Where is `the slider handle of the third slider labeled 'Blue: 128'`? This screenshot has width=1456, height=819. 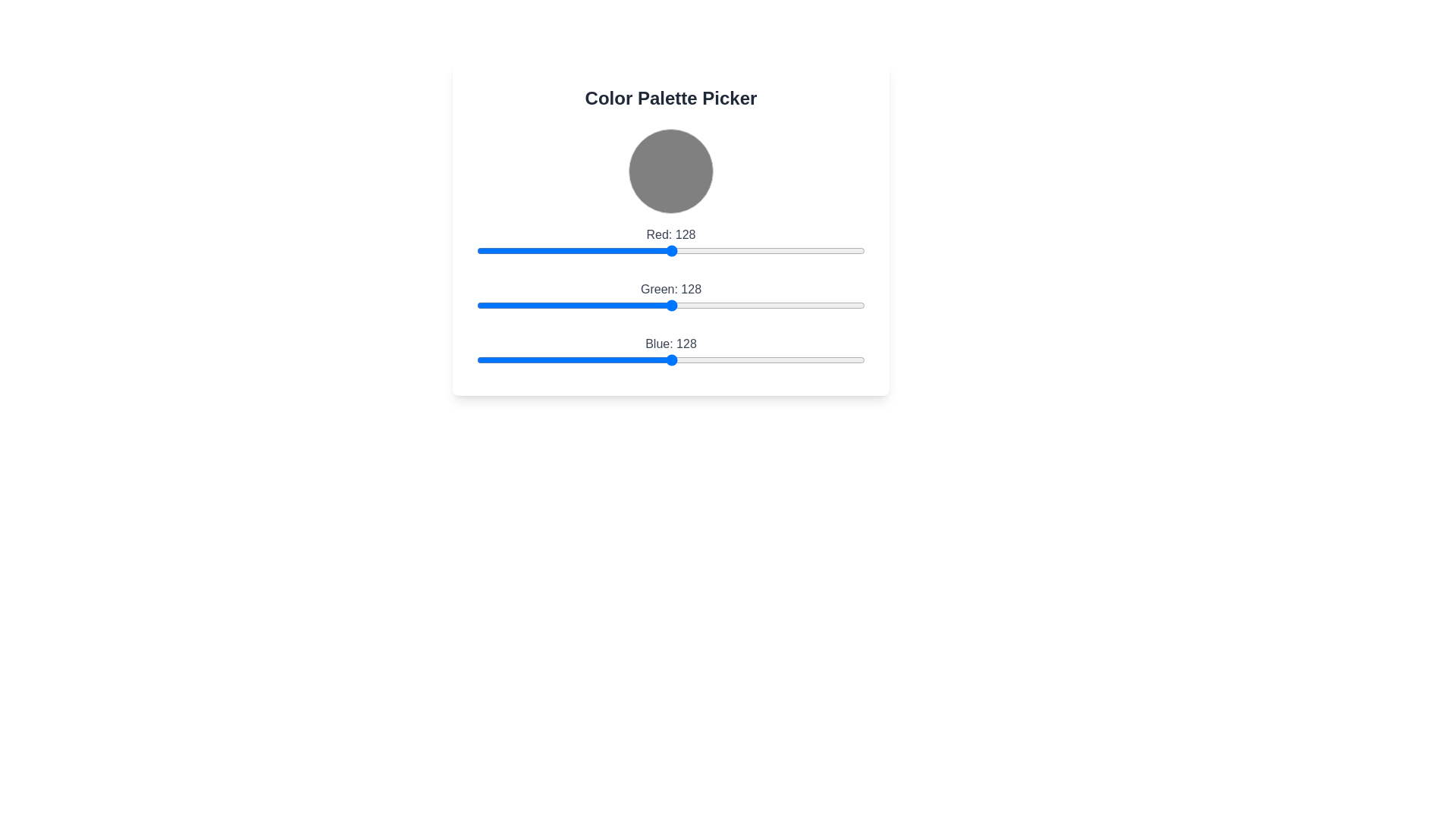
the slider handle of the third slider labeled 'Blue: 128' is located at coordinates (670, 353).